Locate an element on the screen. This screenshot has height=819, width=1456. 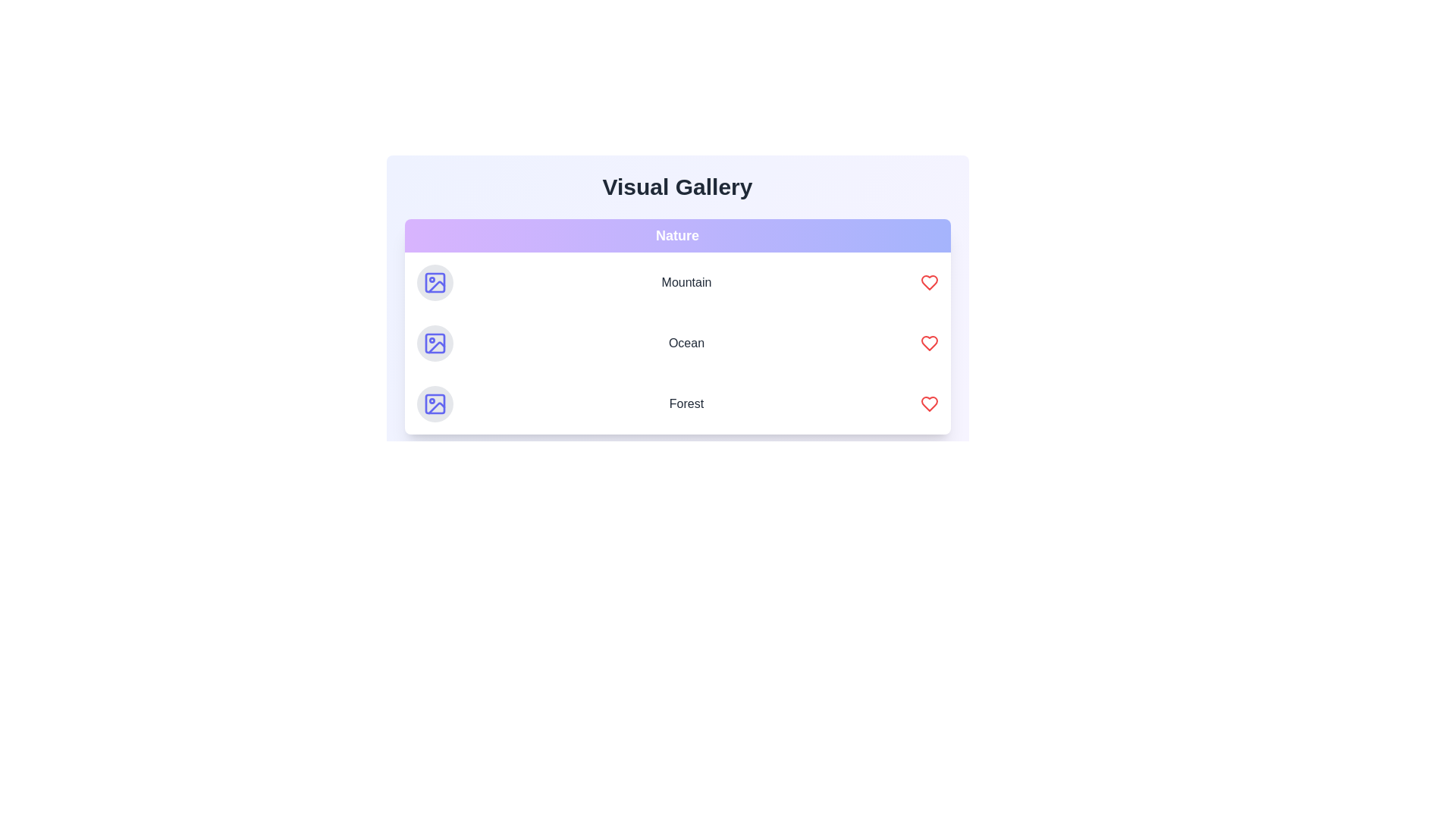
the image icon associated with Ocean to enlarge it is located at coordinates (434, 343).